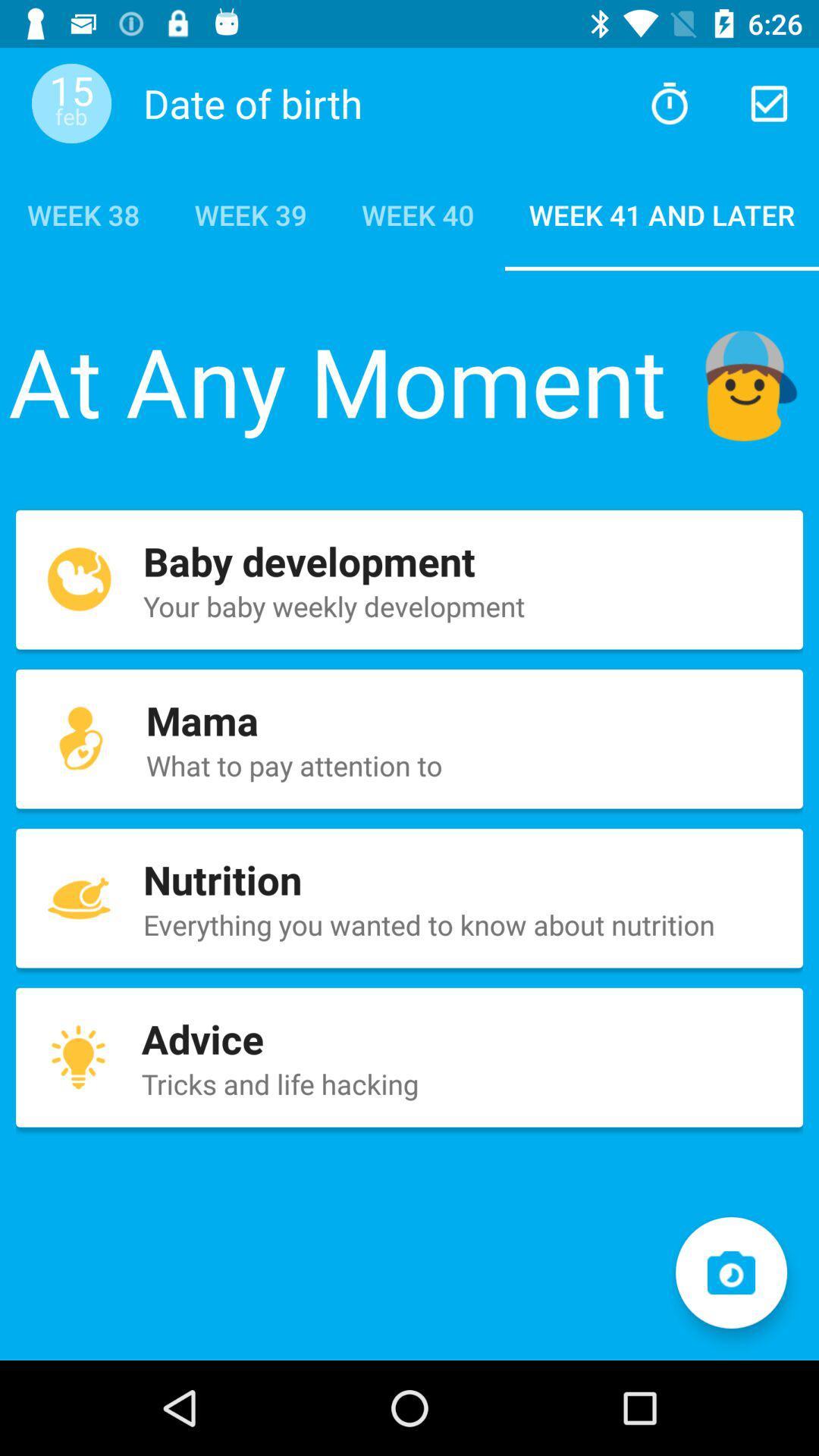  I want to click on the photo icon, so click(730, 1272).